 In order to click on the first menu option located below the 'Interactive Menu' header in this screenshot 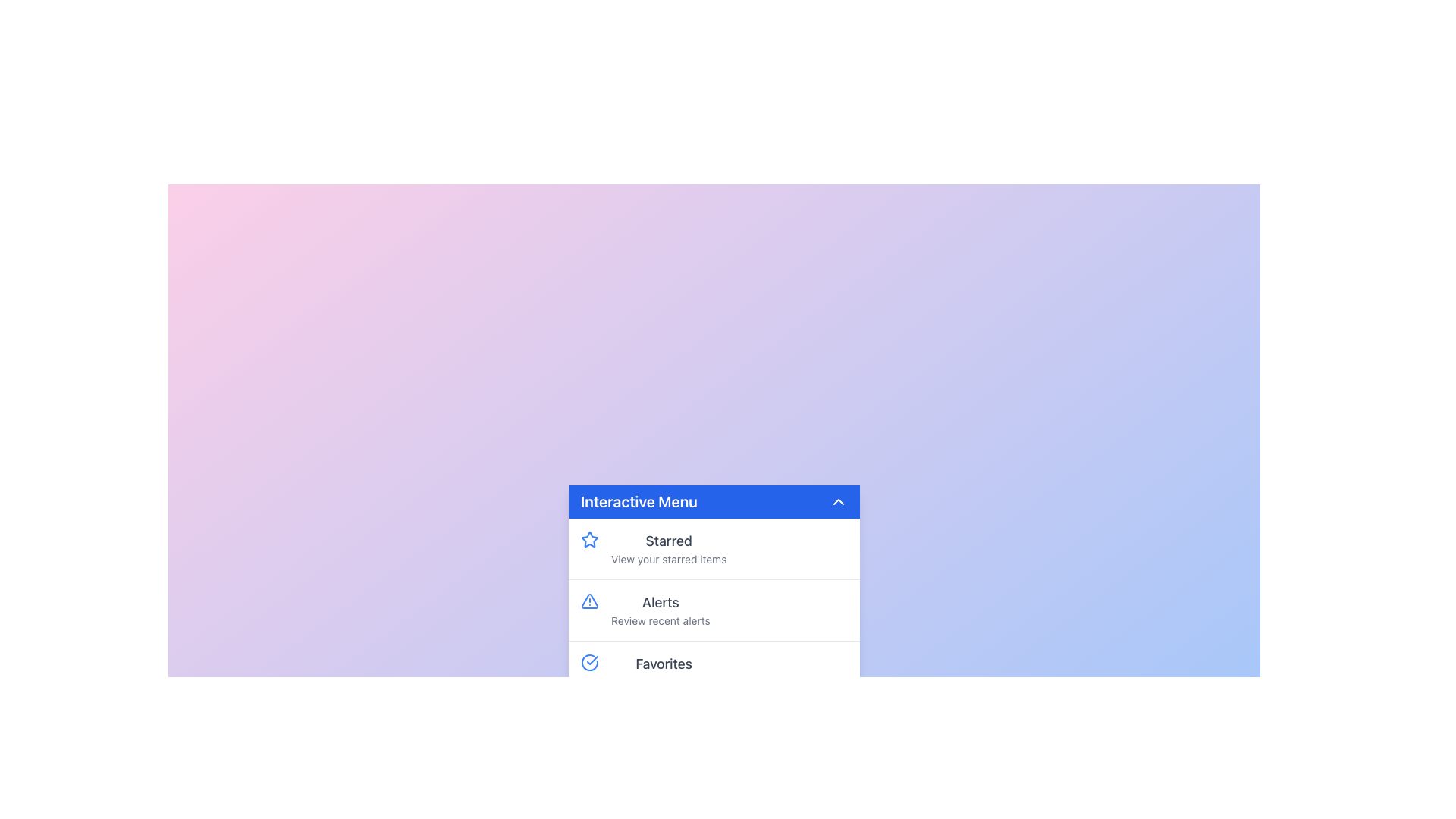, I will do `click(713, 549)`.